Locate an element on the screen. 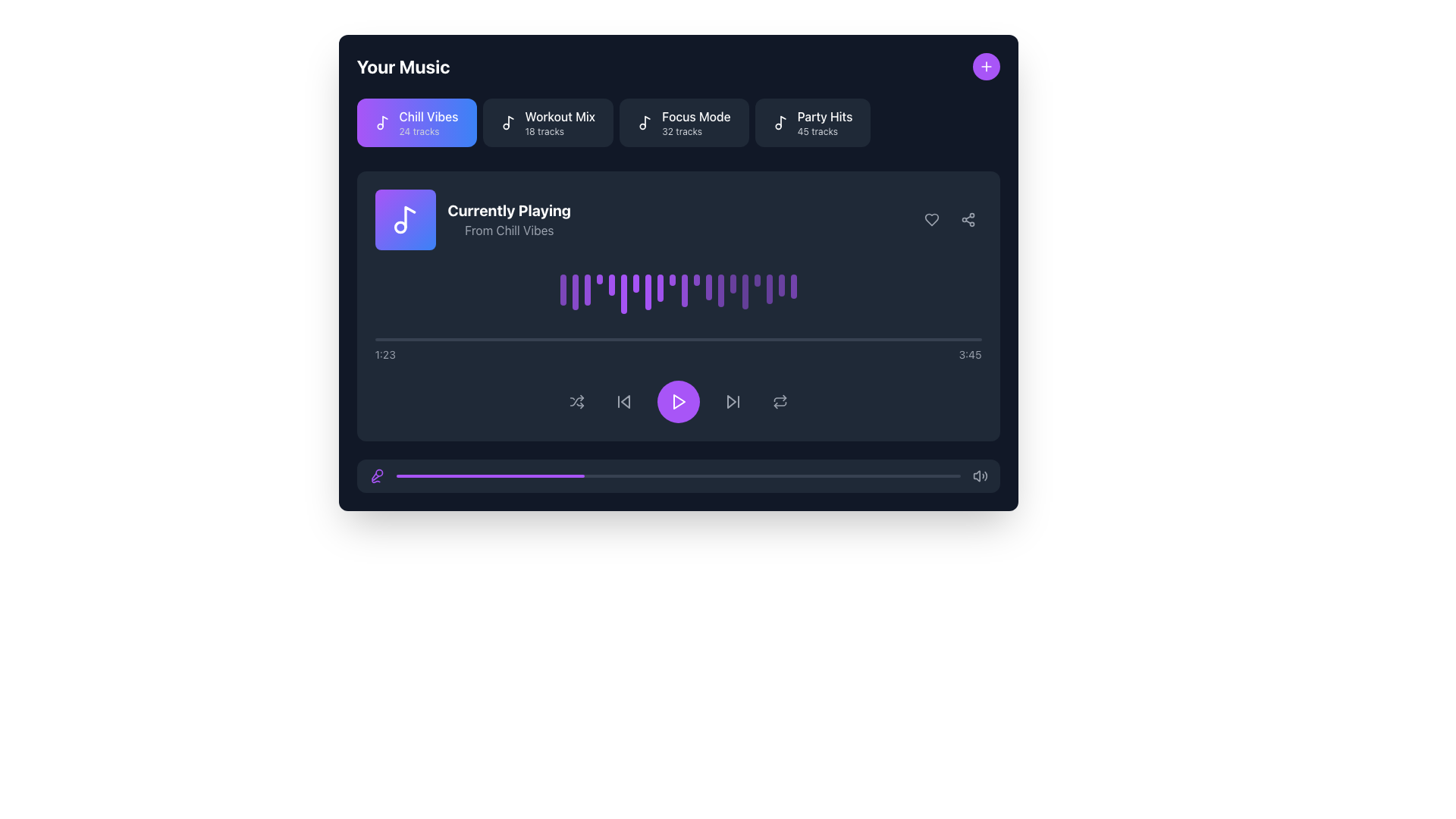  the 'Focus Mode' text label, which is styled with a white font on a dark background and is part of a horizontal list located below the 'Your Music' heading is located at coordinates (695, 116).